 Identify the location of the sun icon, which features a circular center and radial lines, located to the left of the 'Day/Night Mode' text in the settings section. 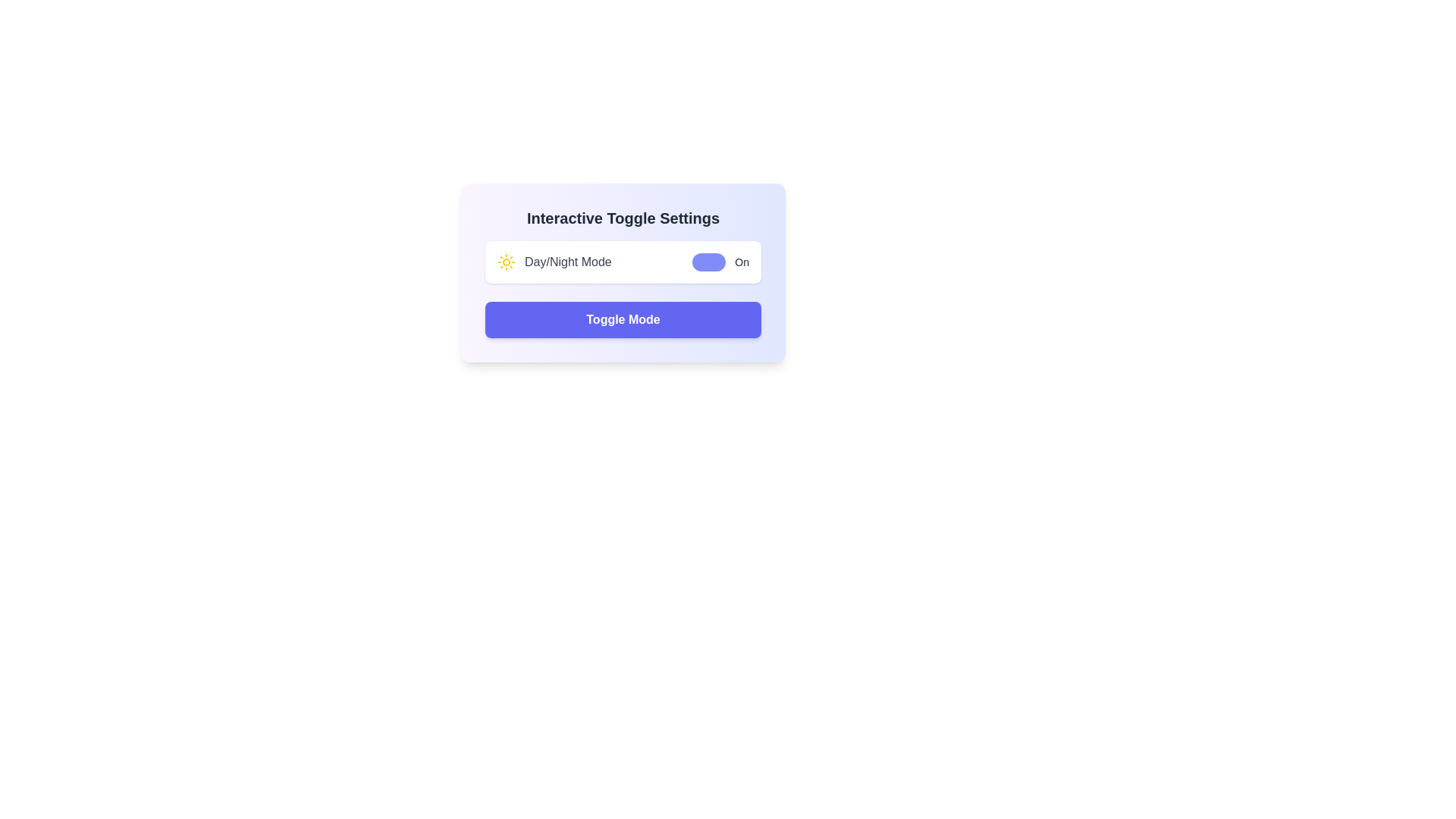
(506, 262).